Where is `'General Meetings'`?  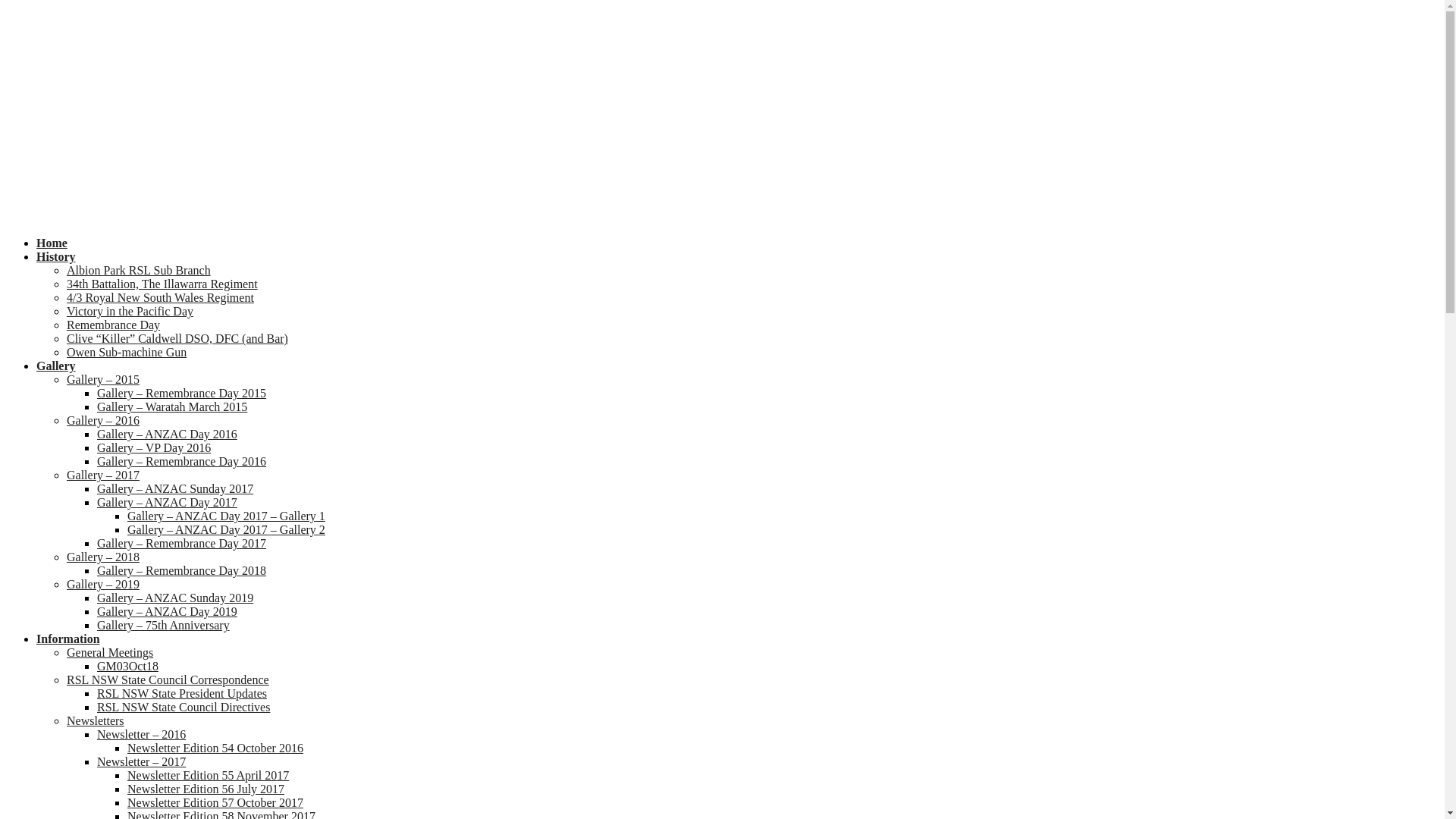
'General Meetings' is located at coordinates (65, 651).